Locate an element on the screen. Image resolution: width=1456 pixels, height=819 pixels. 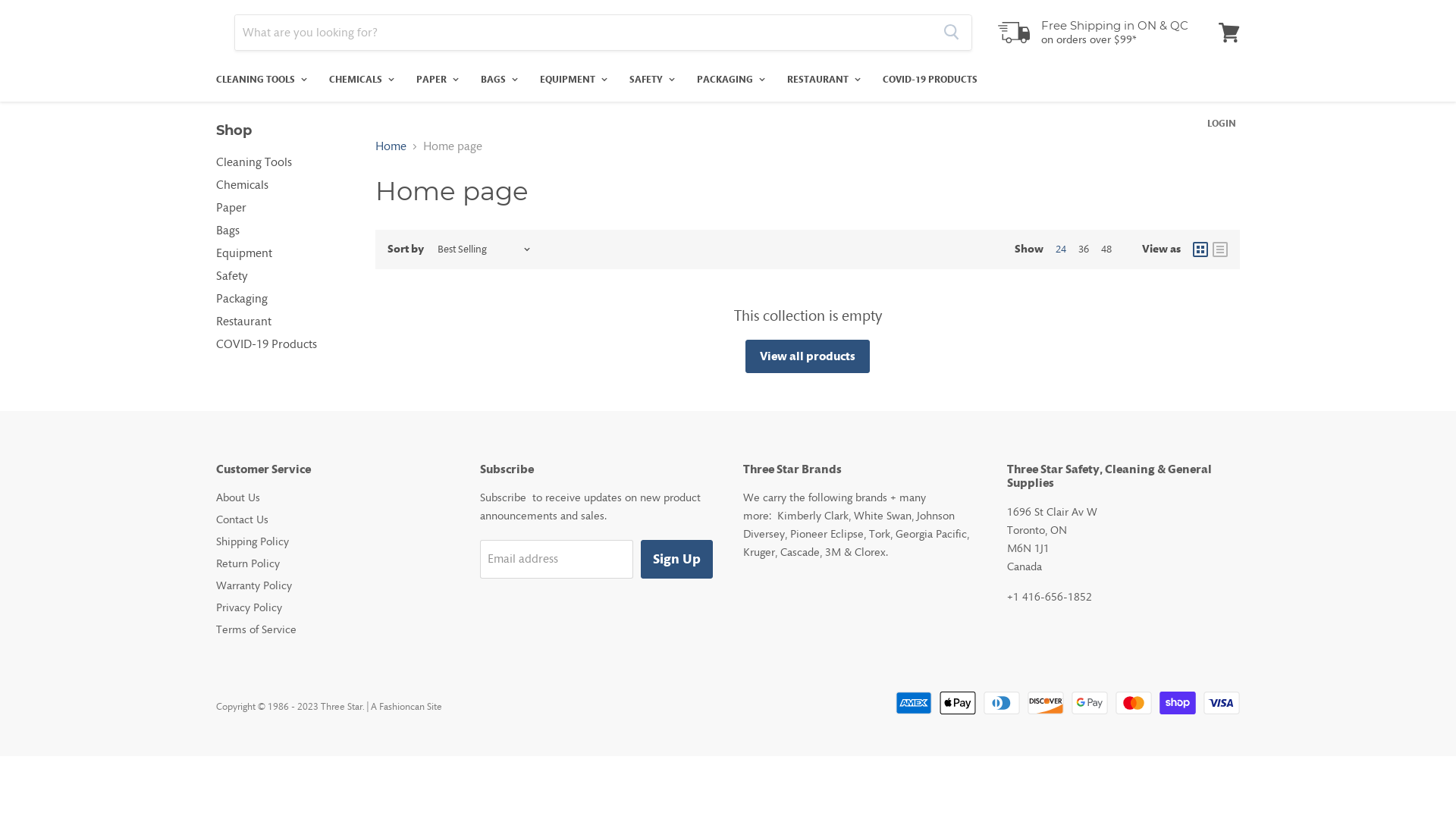
'48' is located at coordinates (1106, 248).